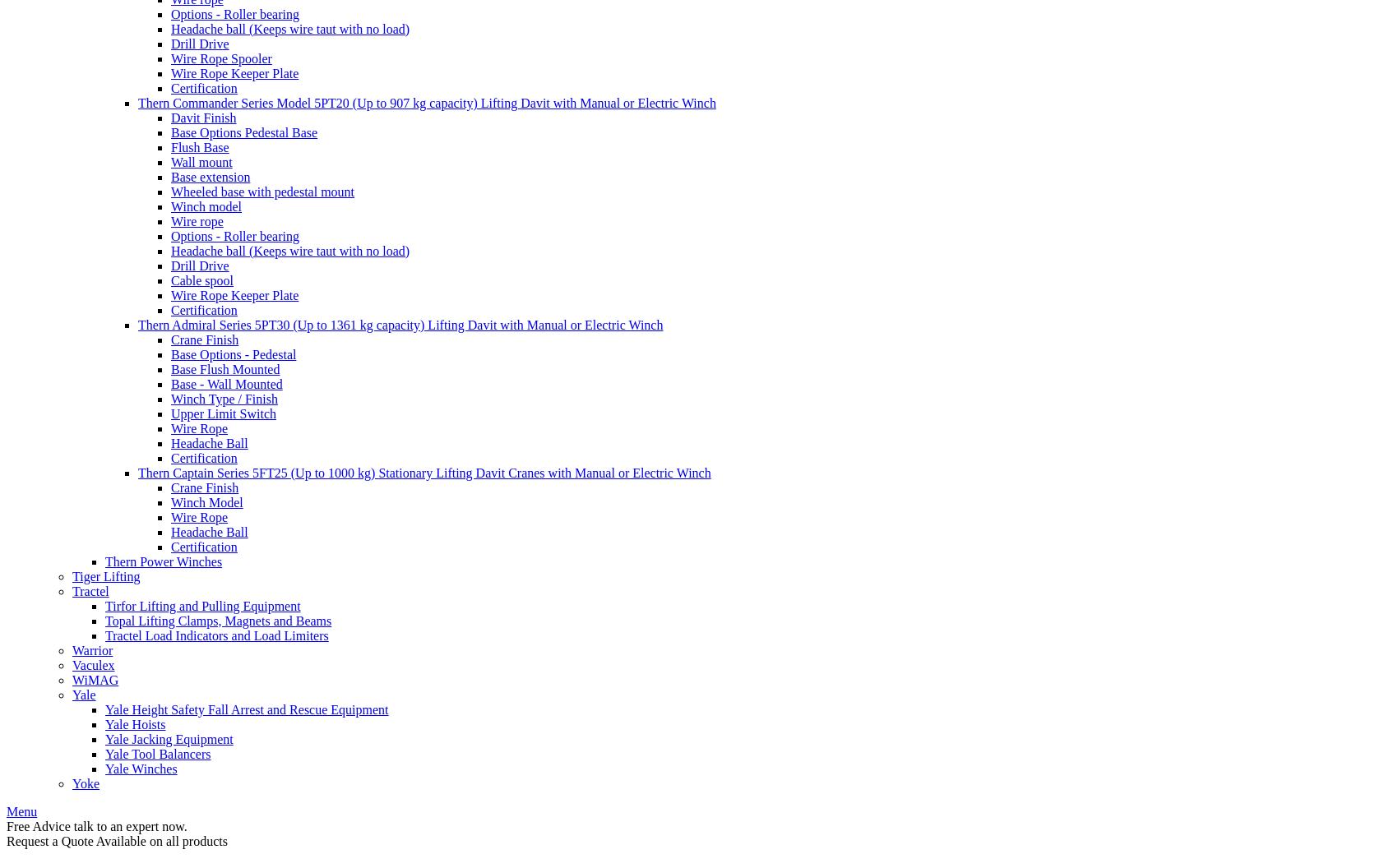 This screenshot has width=1398, height=868. Describe the element at coordinates (137, 101) in the screenshot. I see `'Thern Commander Series Model 5PT20 (Up to 907 kg capacity) Lifting Davit with Manual or Electric Winch'` at that location.